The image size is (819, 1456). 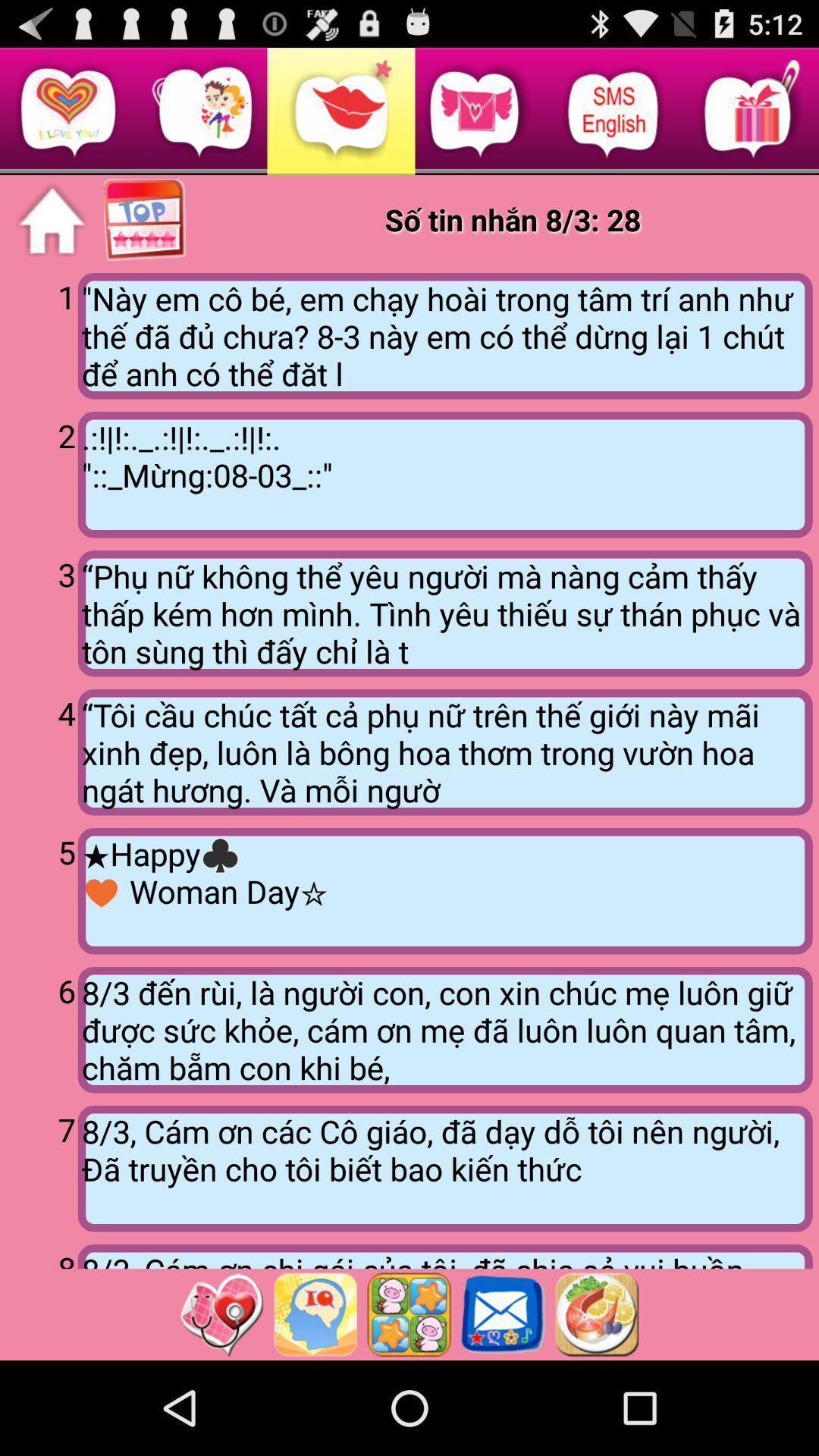 I want to click on open messages, so click(x=503, y=1313).